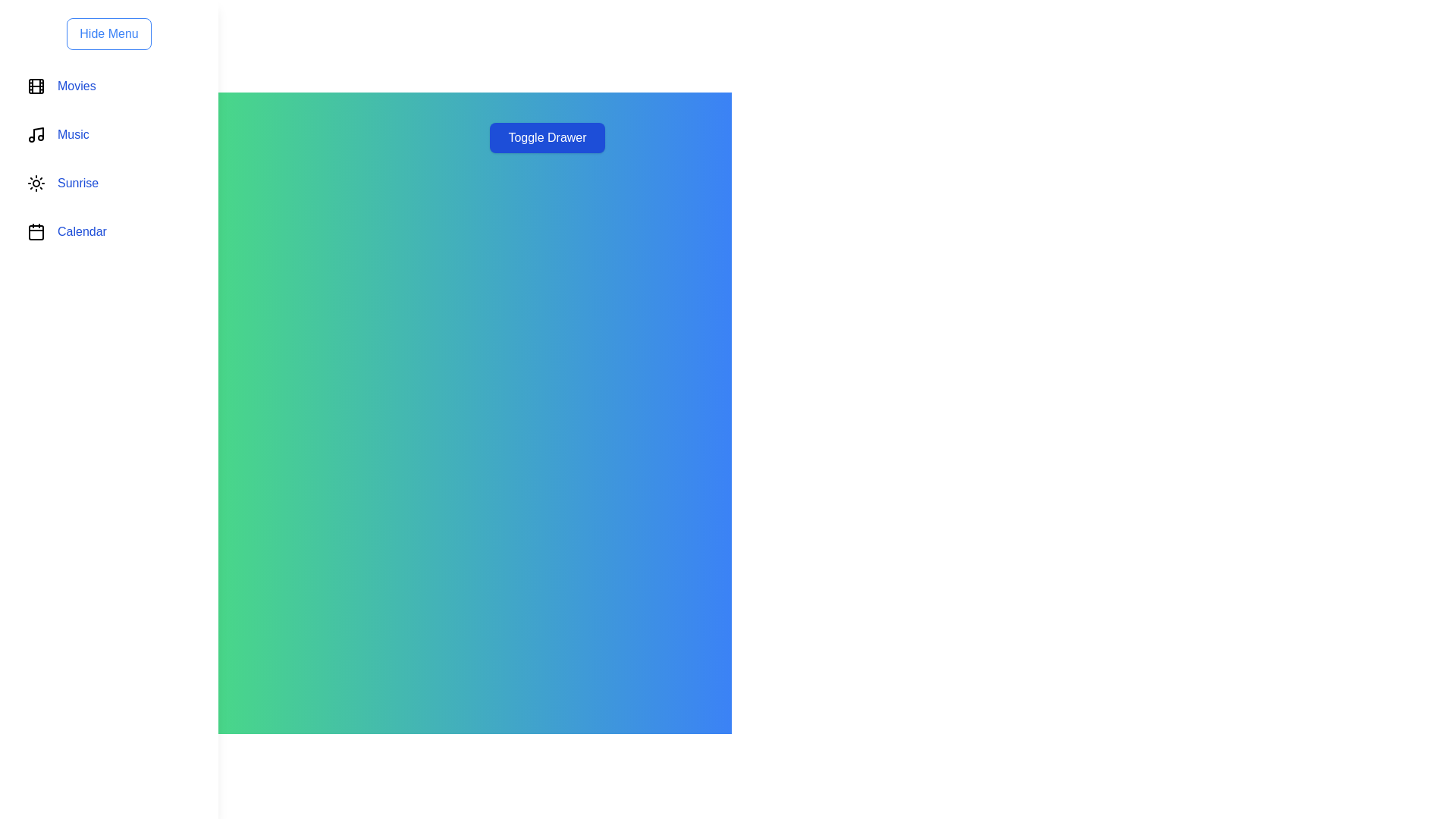  Describe the element at coordinates (108, 86) in the screenshot. I see `the menu item Movies` at that location.